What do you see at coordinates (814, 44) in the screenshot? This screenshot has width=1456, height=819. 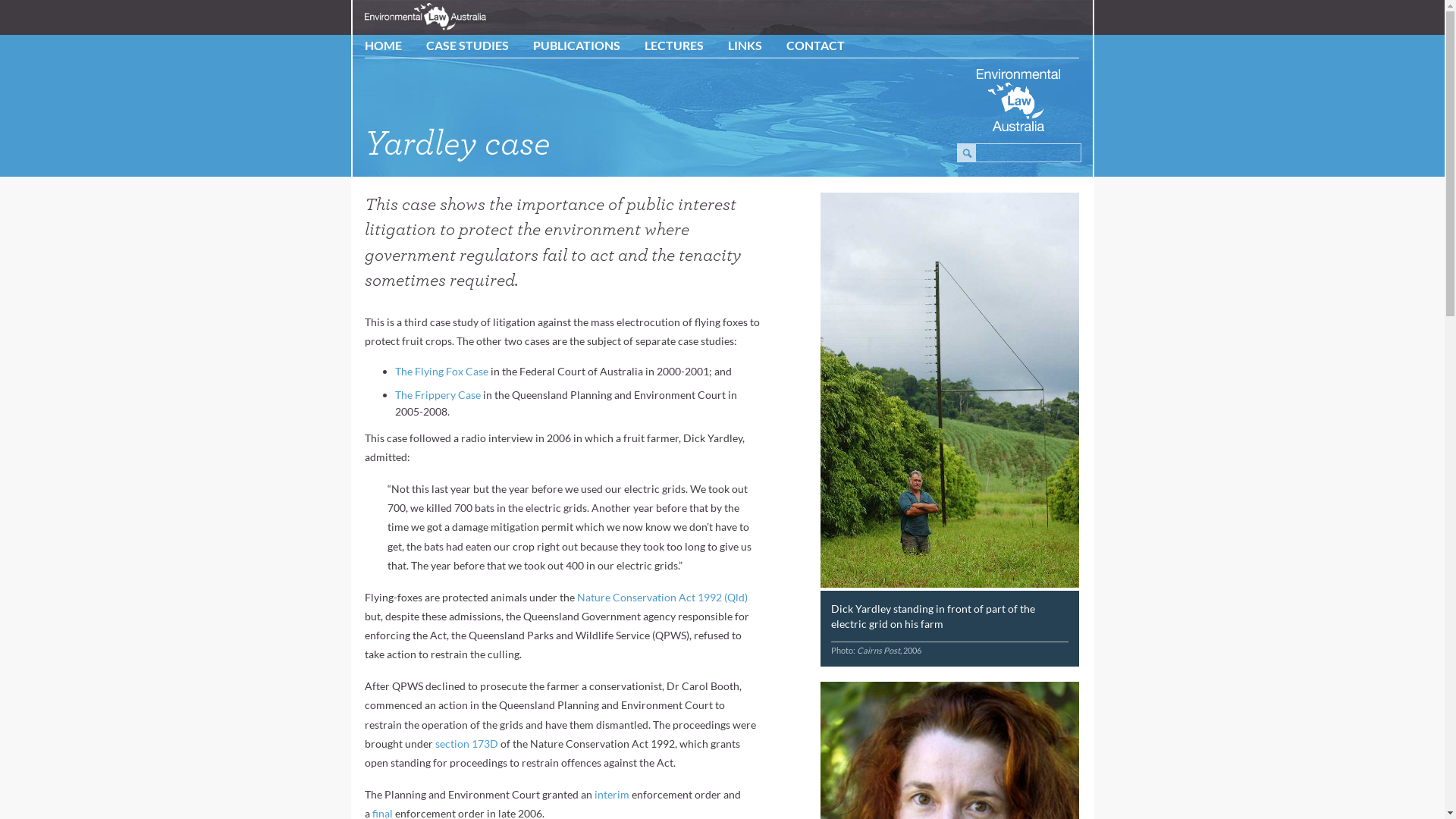 I see `'CONTACT'` at bounding box center [814, 44].